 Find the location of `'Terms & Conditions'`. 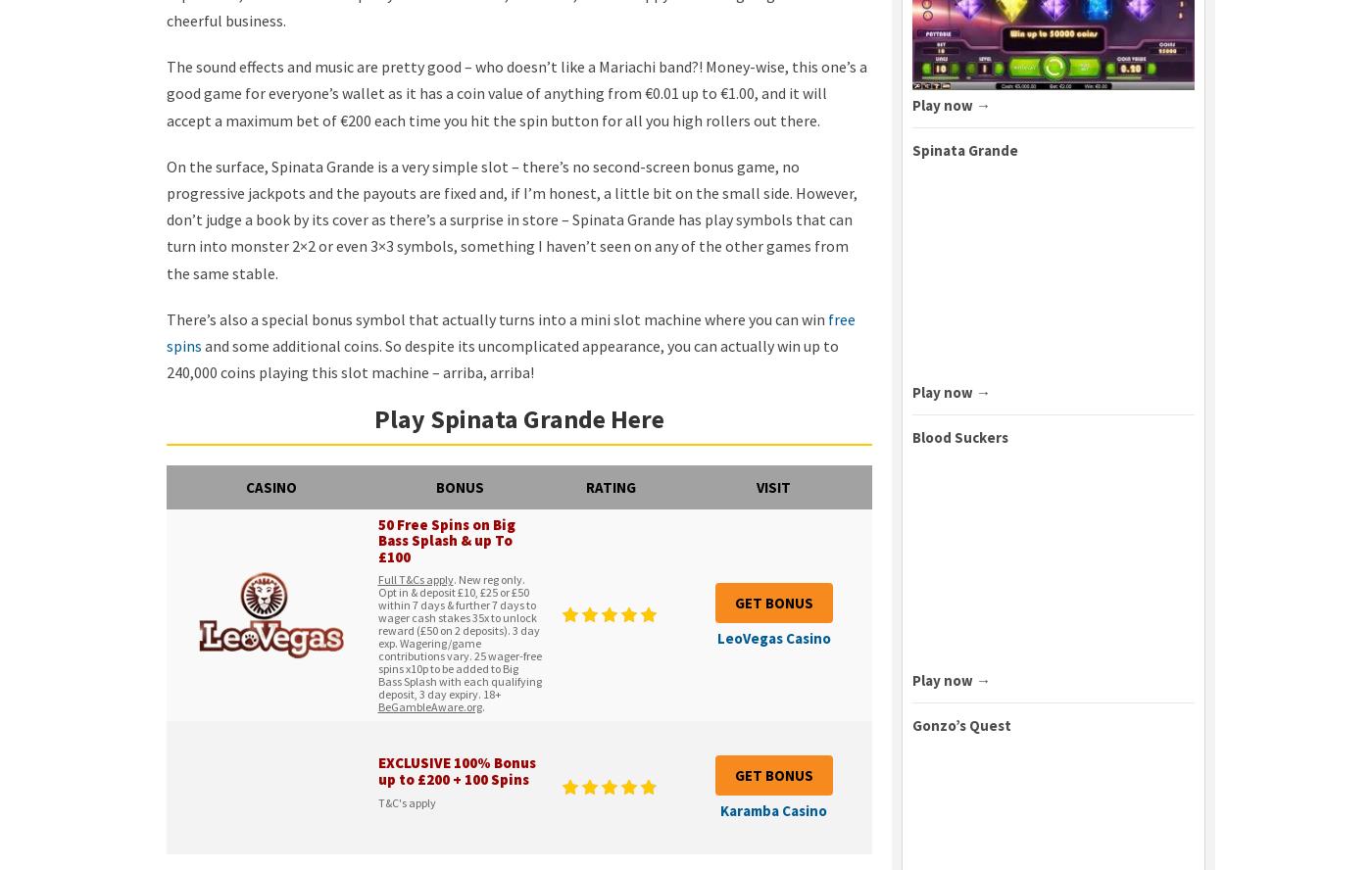

'Terms & Conditions' is located at coordinates (390, 846).